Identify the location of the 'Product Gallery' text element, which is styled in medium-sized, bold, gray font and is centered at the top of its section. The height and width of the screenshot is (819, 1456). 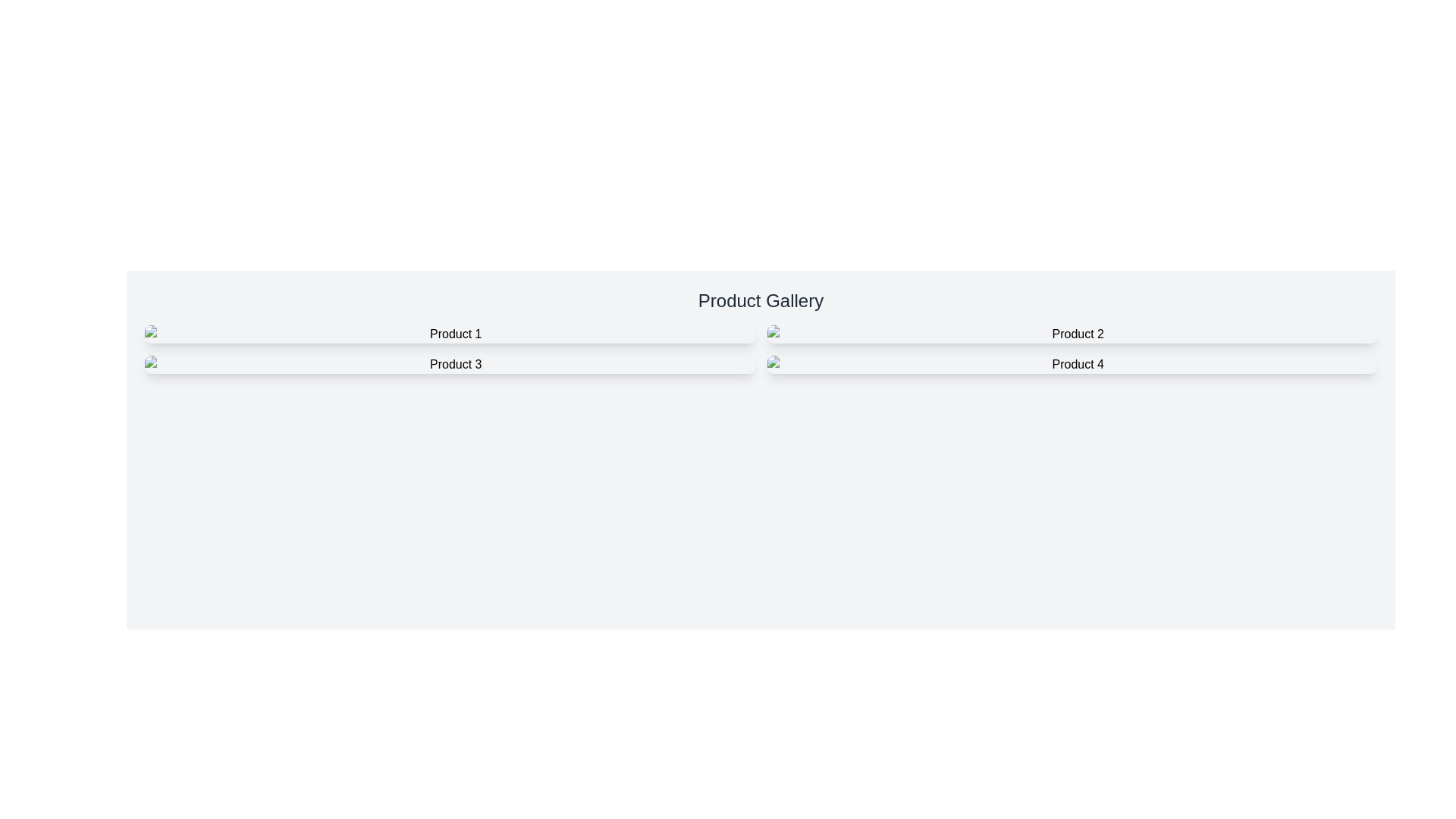
(761, 301).